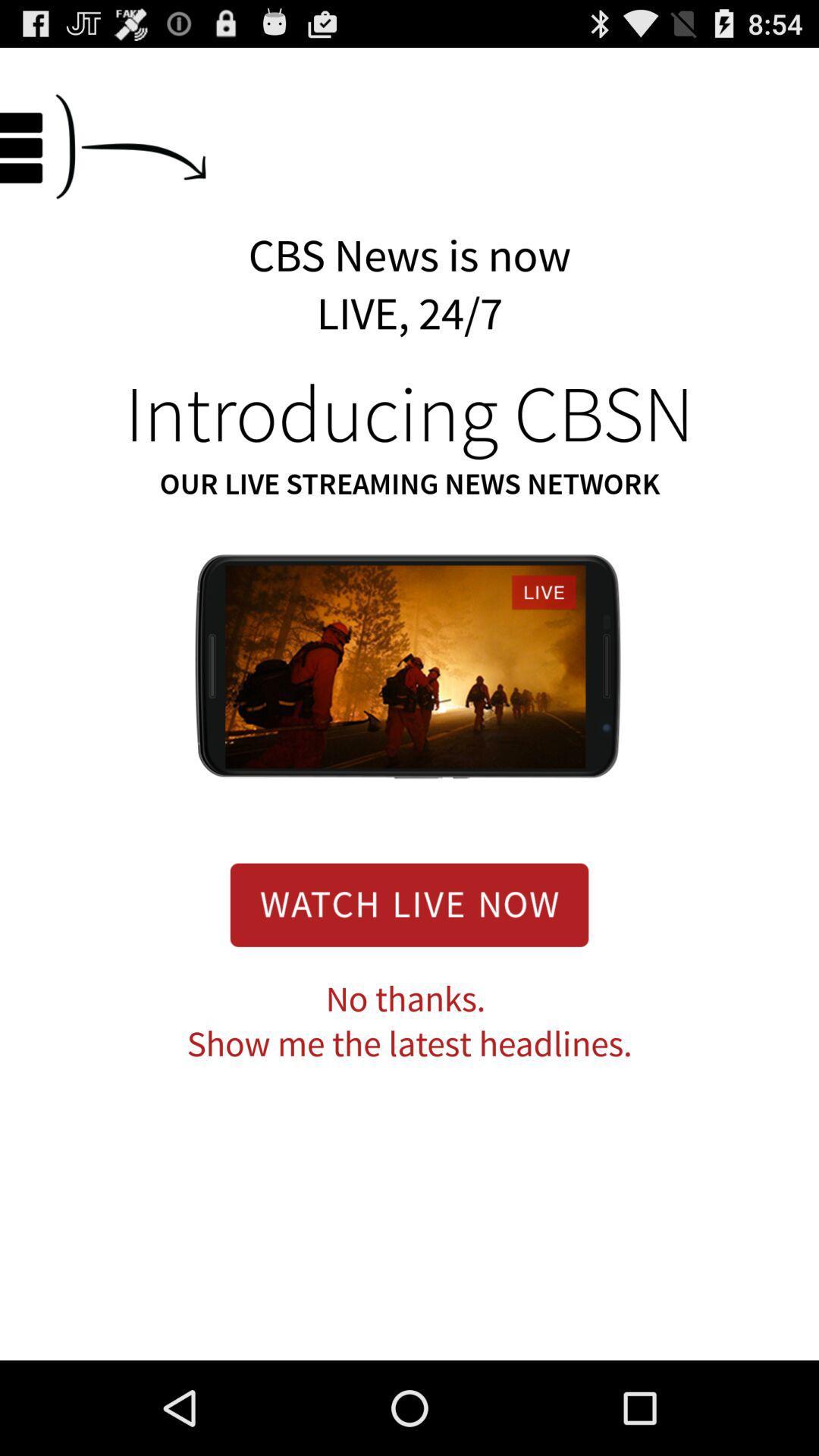  What do you see at coordinates (409, 1022) in the screenshot?
I see `no thanks show item` at bounding box center [409, 1022].